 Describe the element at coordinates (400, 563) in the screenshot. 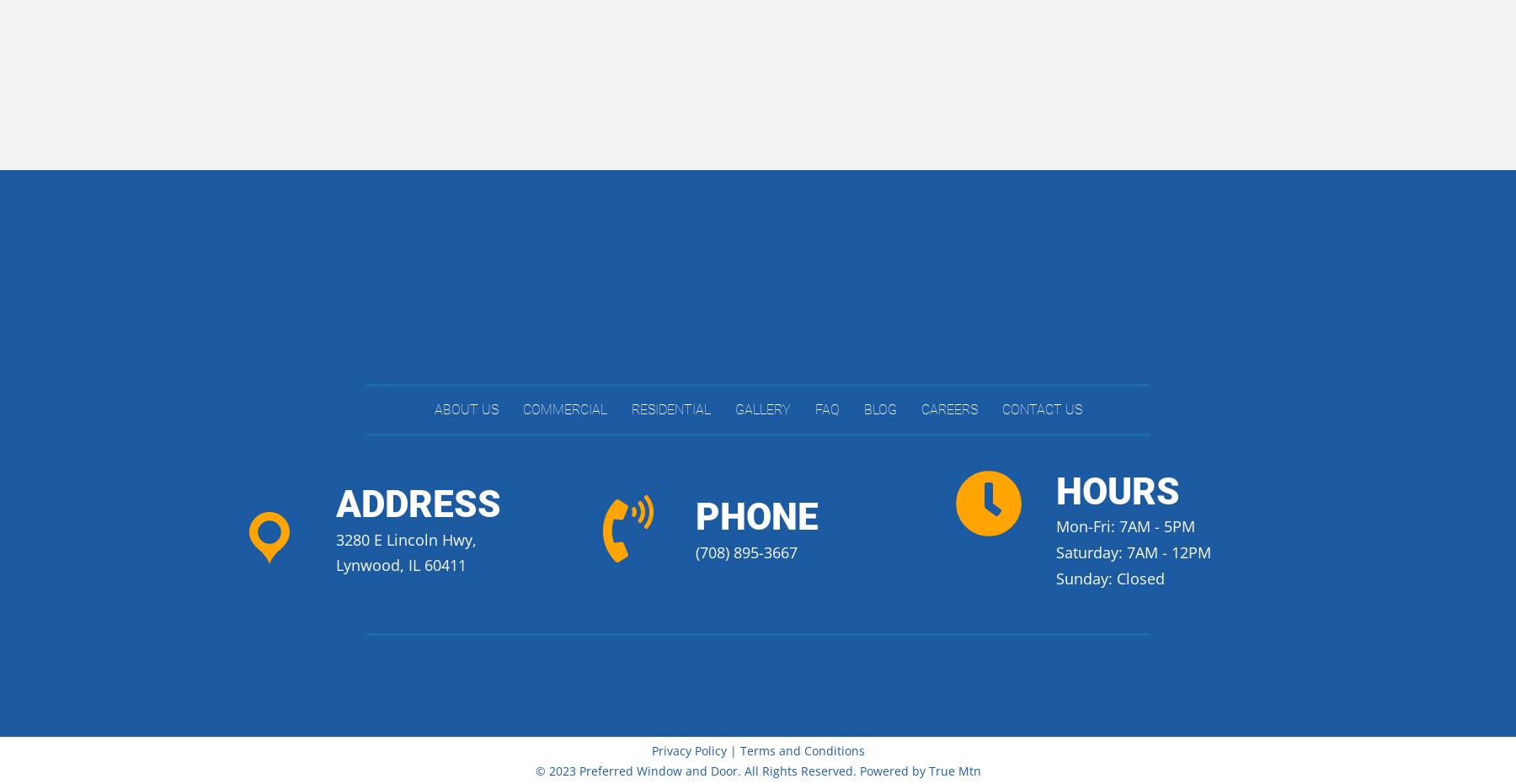

I see `'Lynwood, IL 60411'` at that location.